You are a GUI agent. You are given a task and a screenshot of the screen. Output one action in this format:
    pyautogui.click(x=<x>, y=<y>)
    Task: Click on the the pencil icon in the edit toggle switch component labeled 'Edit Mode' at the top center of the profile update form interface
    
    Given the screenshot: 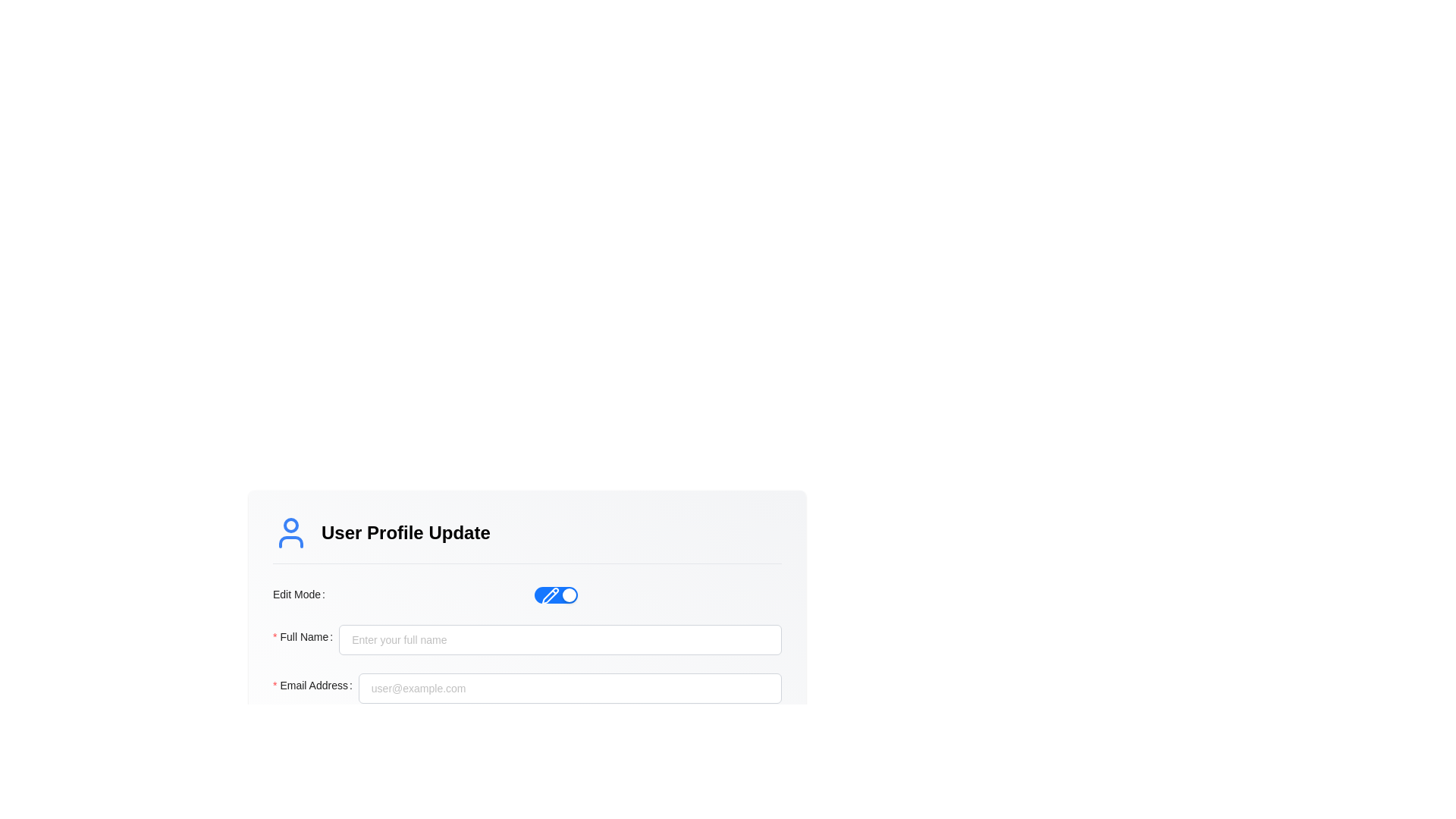 What is the action you would take?
    pyautogui.click(x=550, y=595)
    